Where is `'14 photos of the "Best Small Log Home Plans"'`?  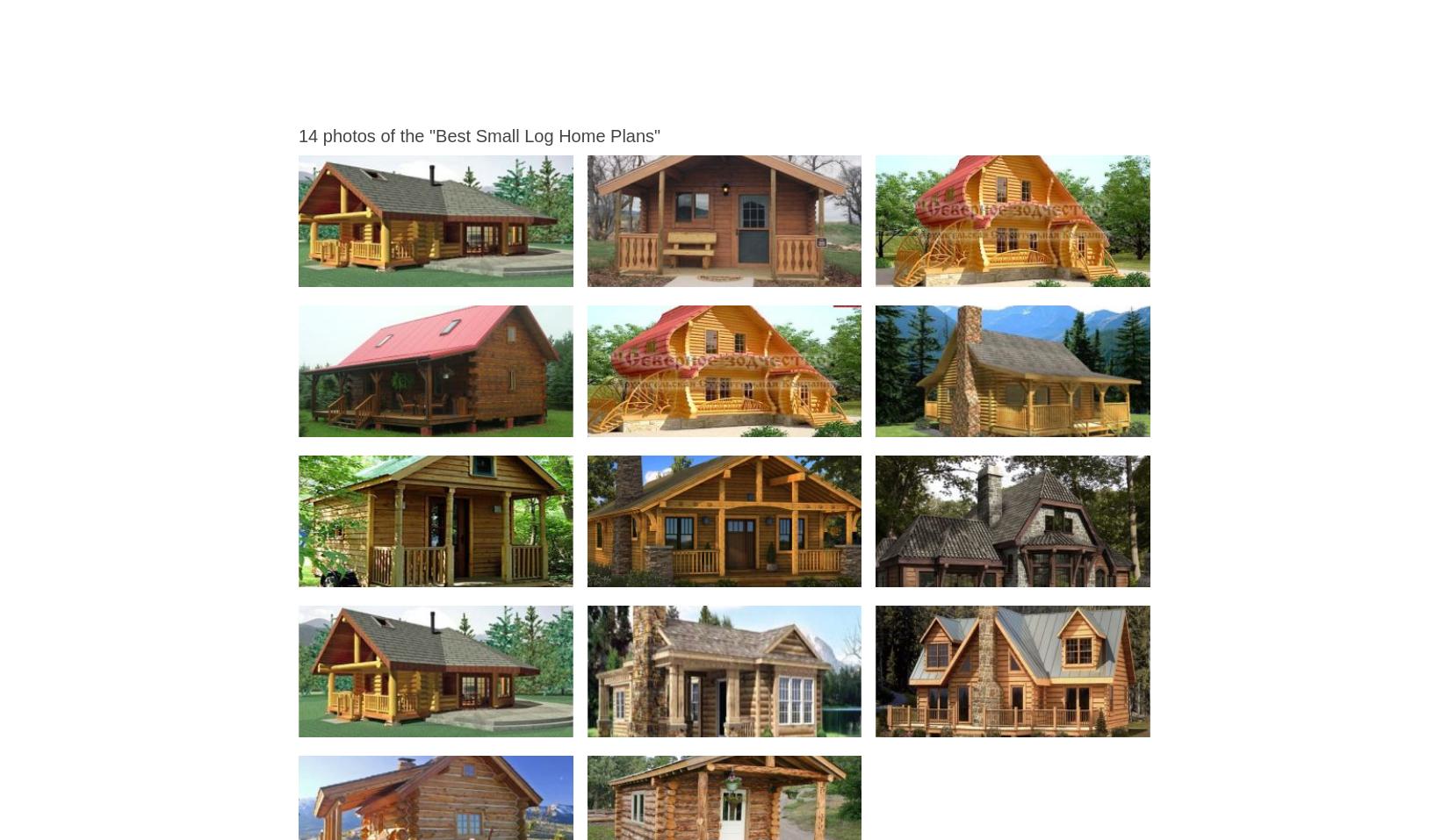
'14 photos of the "Best Small Log Home Plans"' is located at coordinates (478, 134).